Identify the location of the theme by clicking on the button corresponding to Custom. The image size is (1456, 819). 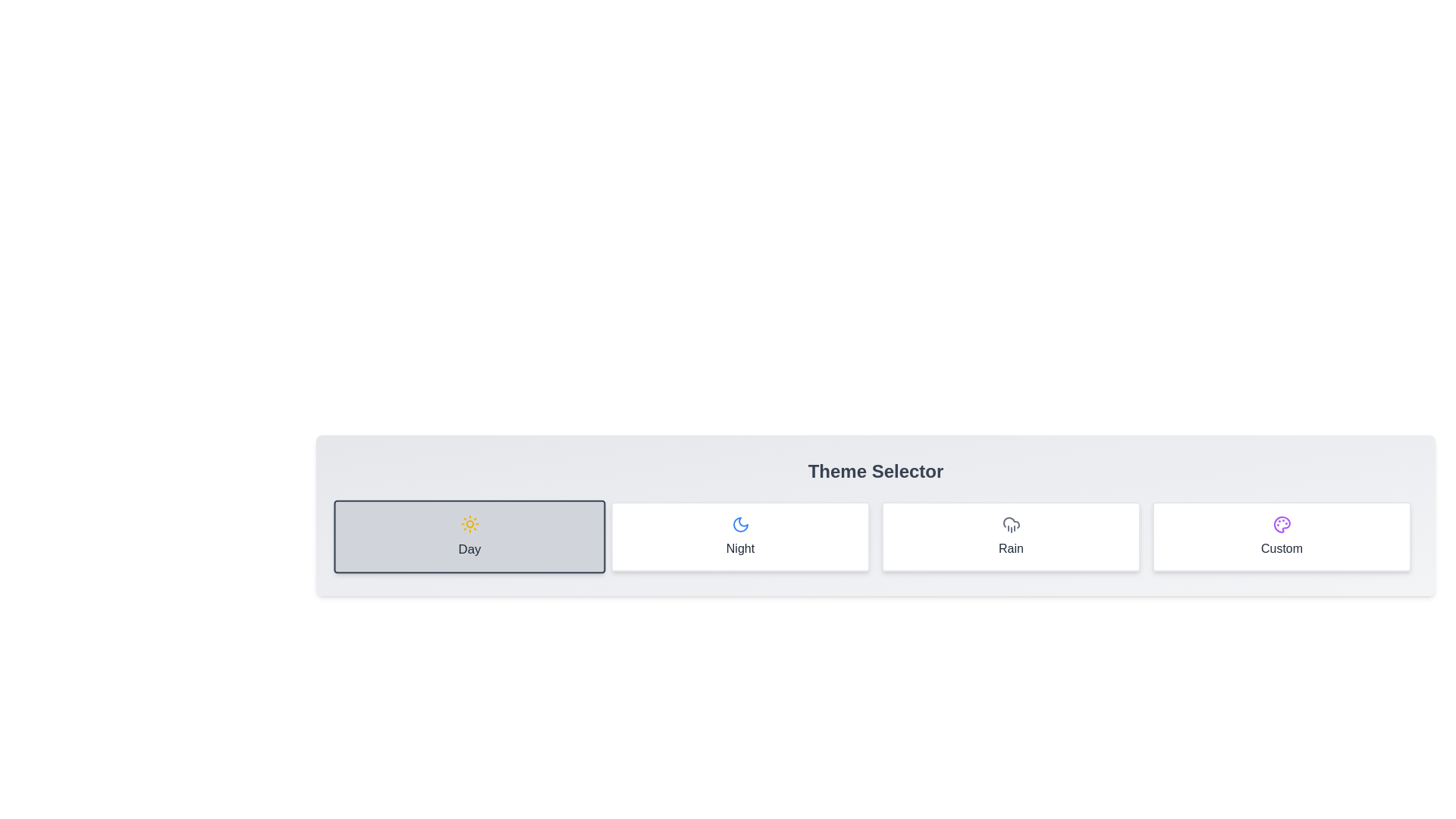
(1281, 536).